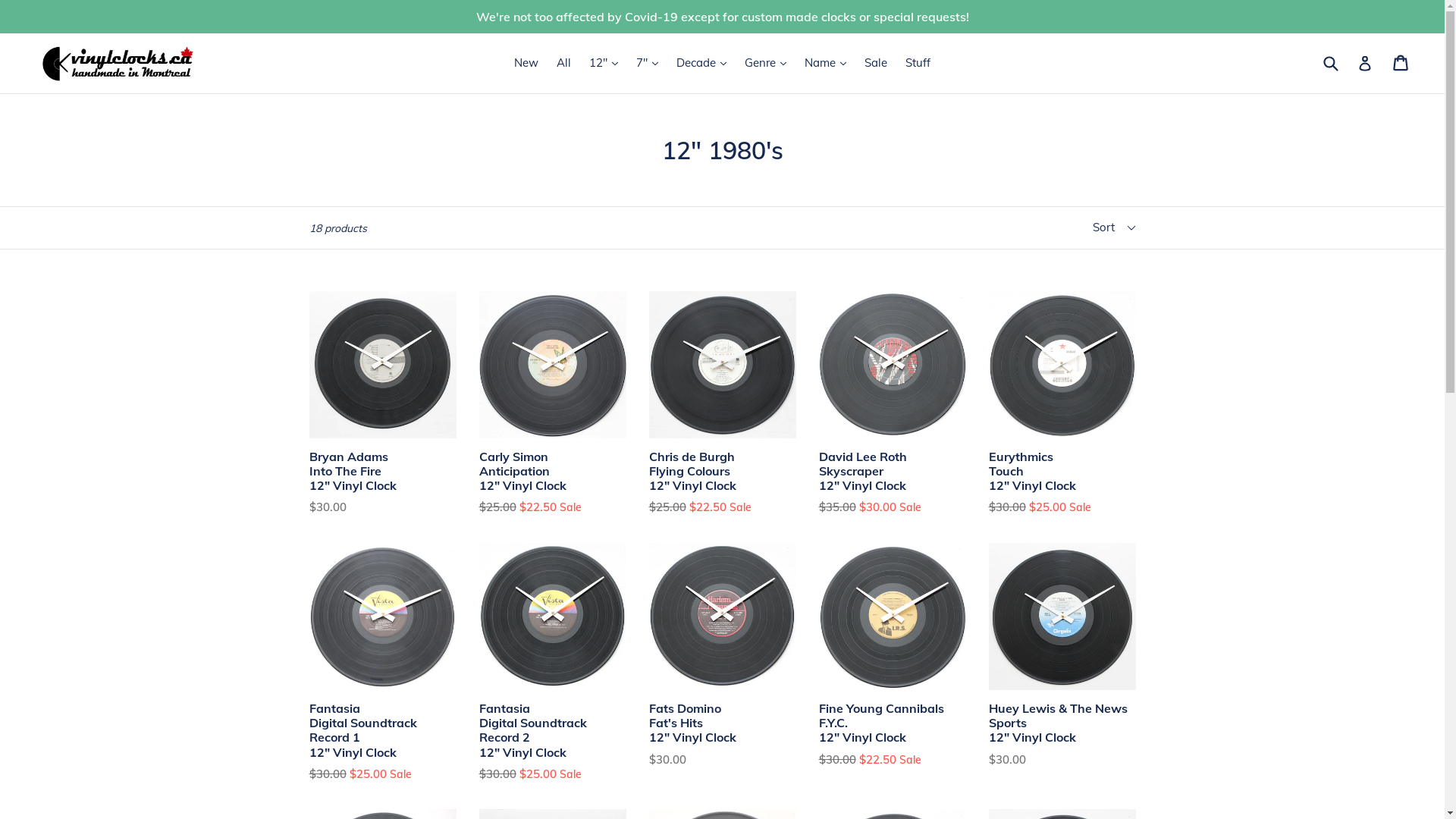 The image size is (1456, 819). What do you see at coordinates (856, 62) in the screenshot?
I see `'Sale'` at bounding box center [856, 62].